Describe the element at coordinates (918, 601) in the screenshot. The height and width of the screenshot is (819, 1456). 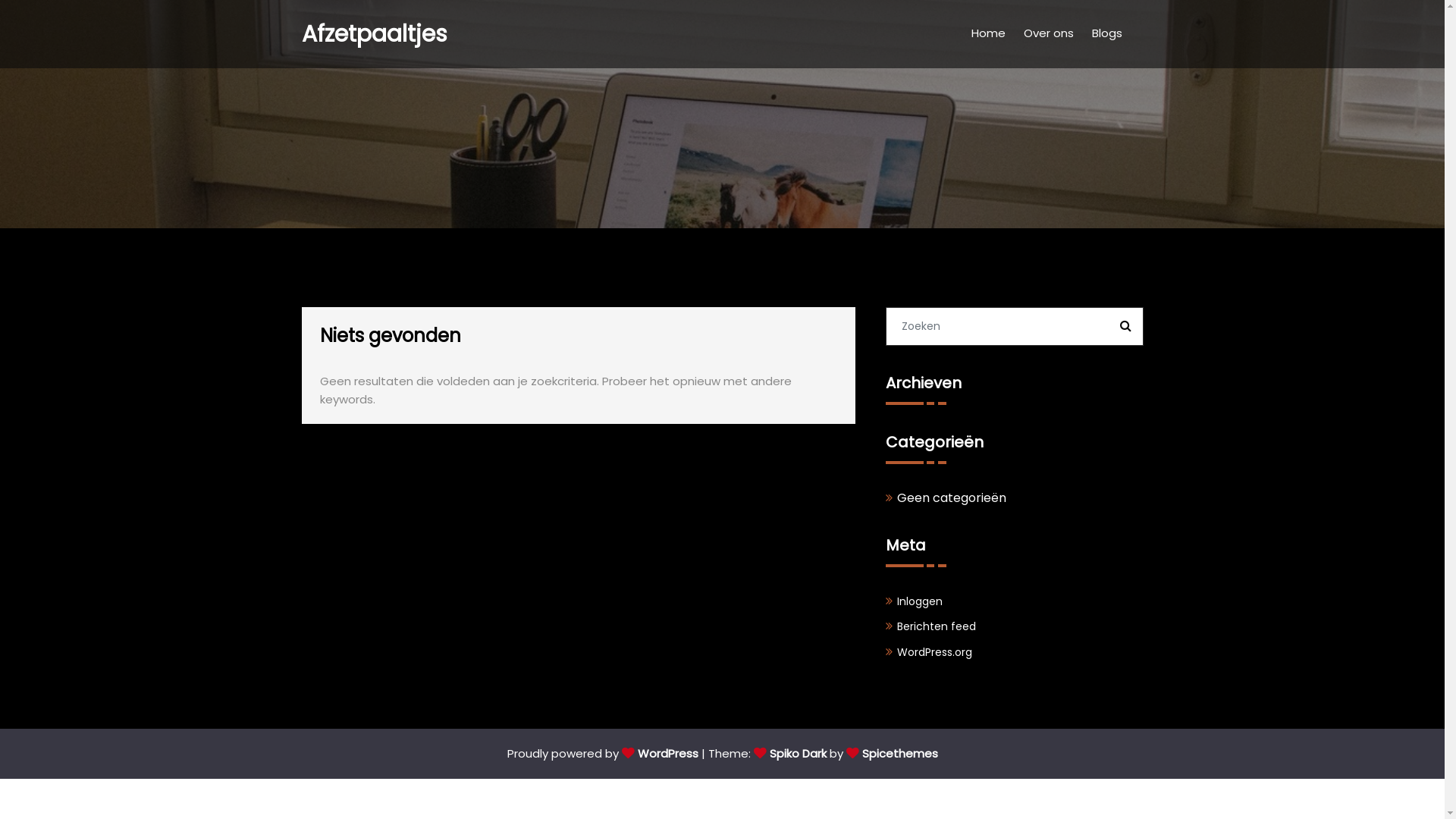
I see `'Inloggen'` at that location.